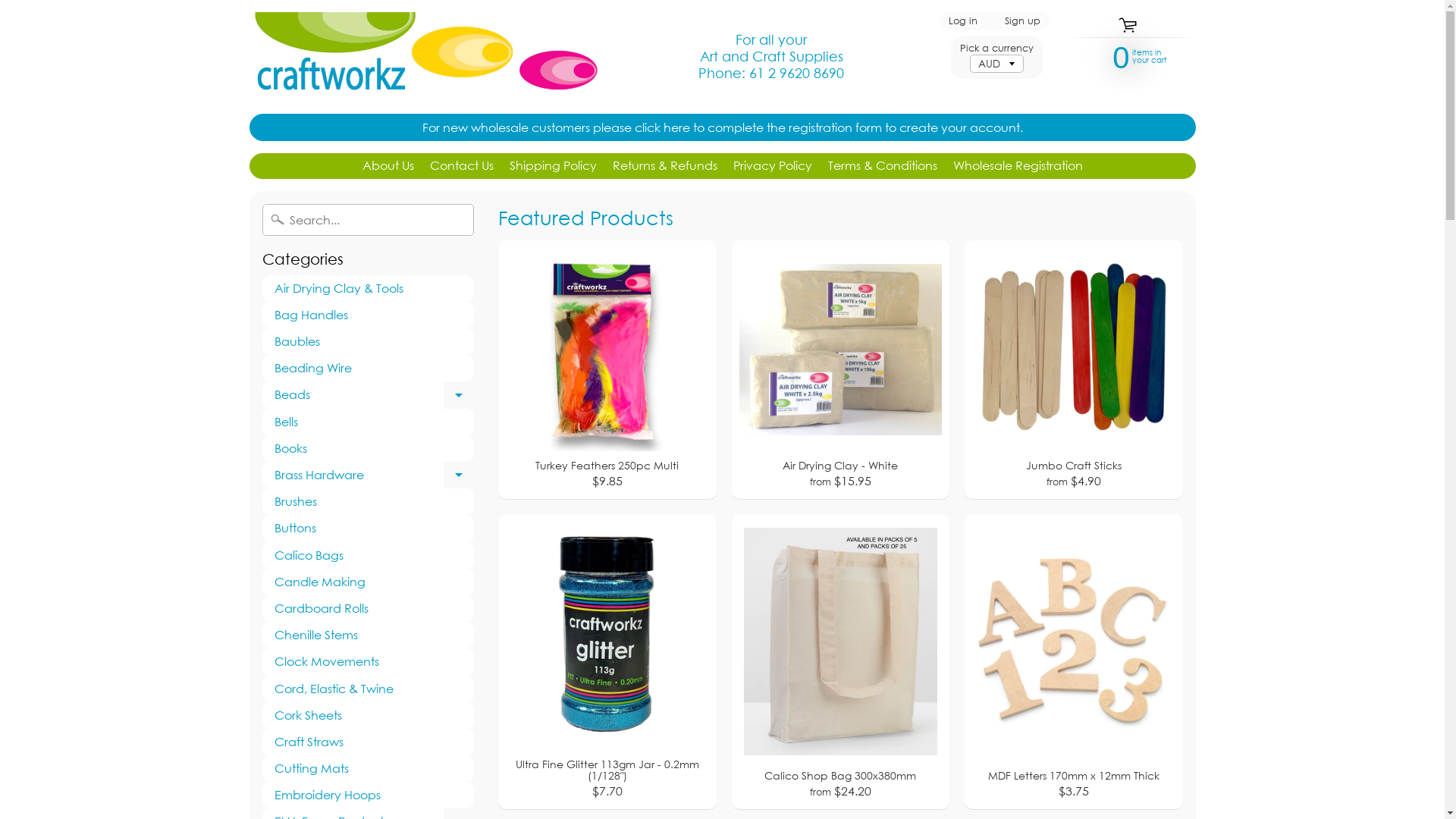 The height and width of the screenshot is (819, 1456). What do you see at coordinates (460, 166) in the screenshot?
I see `'Contact Us'` at bounding box center [460, 166].